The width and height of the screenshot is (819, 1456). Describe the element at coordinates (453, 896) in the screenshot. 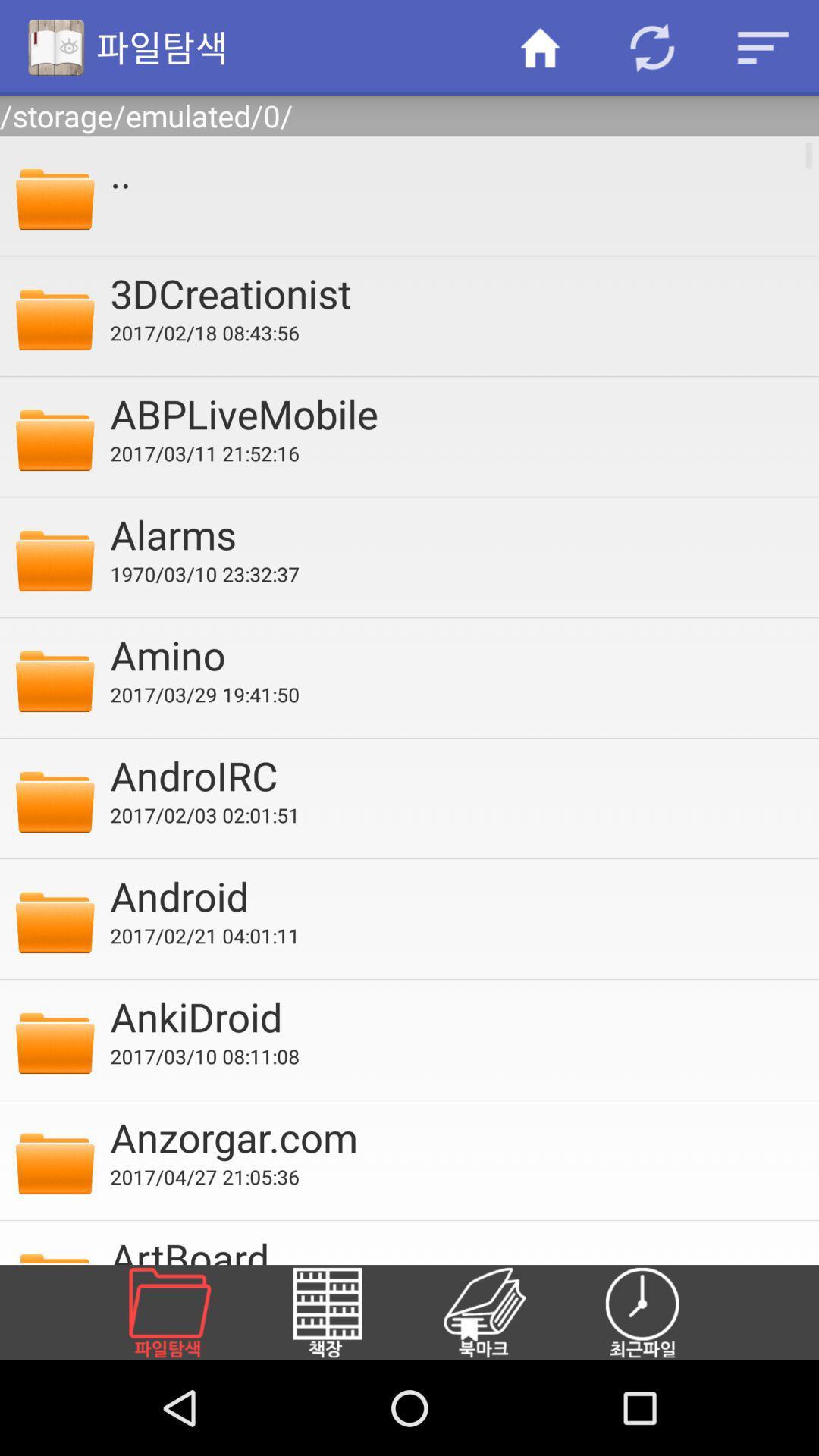

I see `the android item` at that location.